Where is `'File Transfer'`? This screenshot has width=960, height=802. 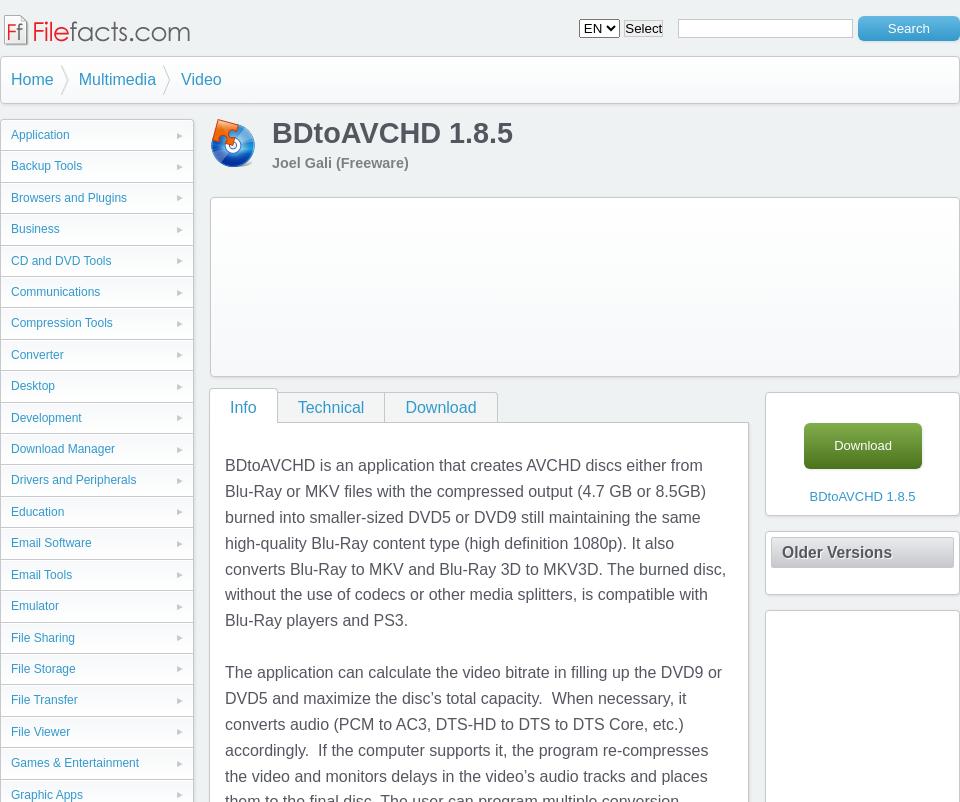
'File Transfer' is located at coordinates (42, 698).